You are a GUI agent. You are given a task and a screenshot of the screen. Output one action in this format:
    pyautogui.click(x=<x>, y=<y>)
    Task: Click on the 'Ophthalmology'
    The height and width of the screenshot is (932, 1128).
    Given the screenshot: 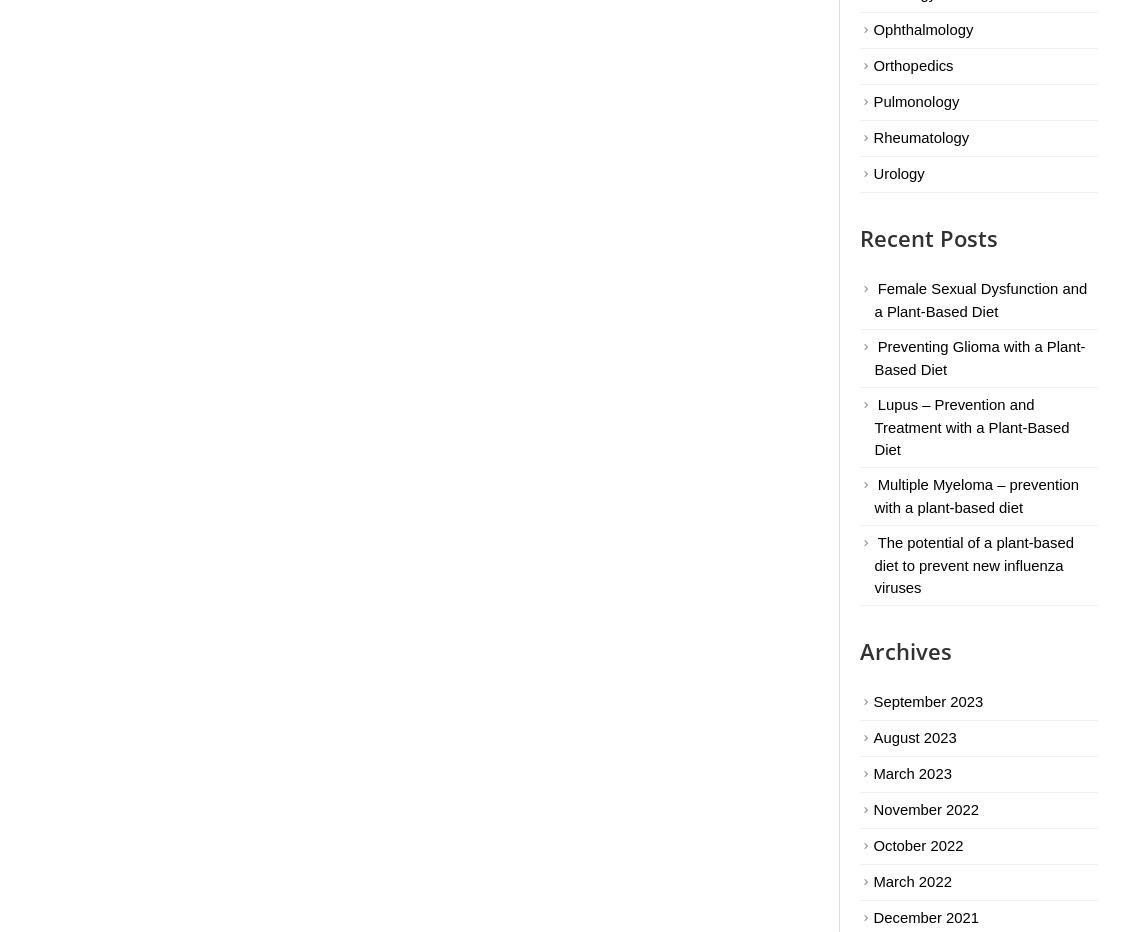 What is the action you would take?
    pyautogui.click(x=923, y=29)
    